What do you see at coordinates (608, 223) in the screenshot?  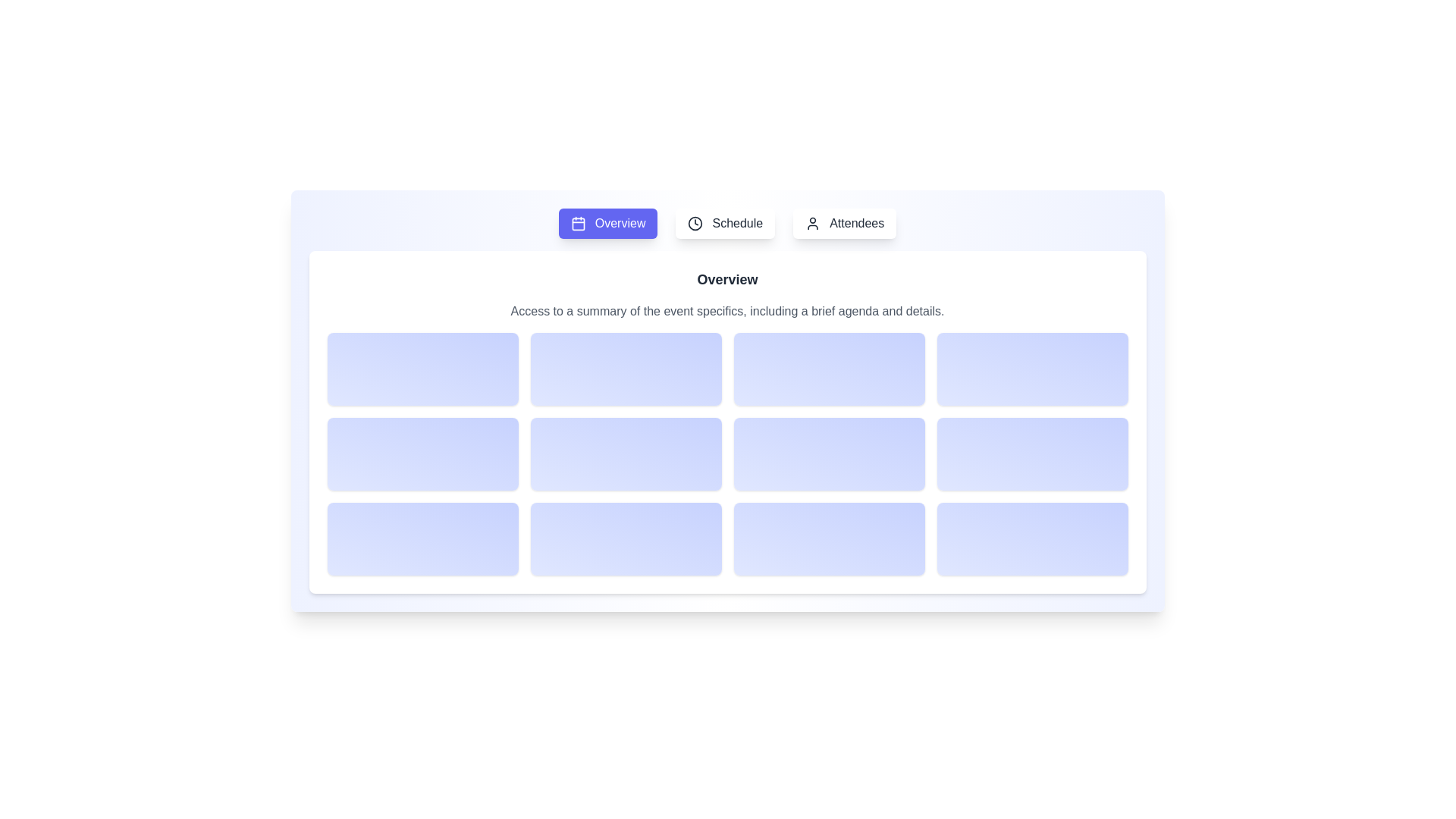 I see `the tab labeled Overview to view its content` at bounding box center [608, 223].